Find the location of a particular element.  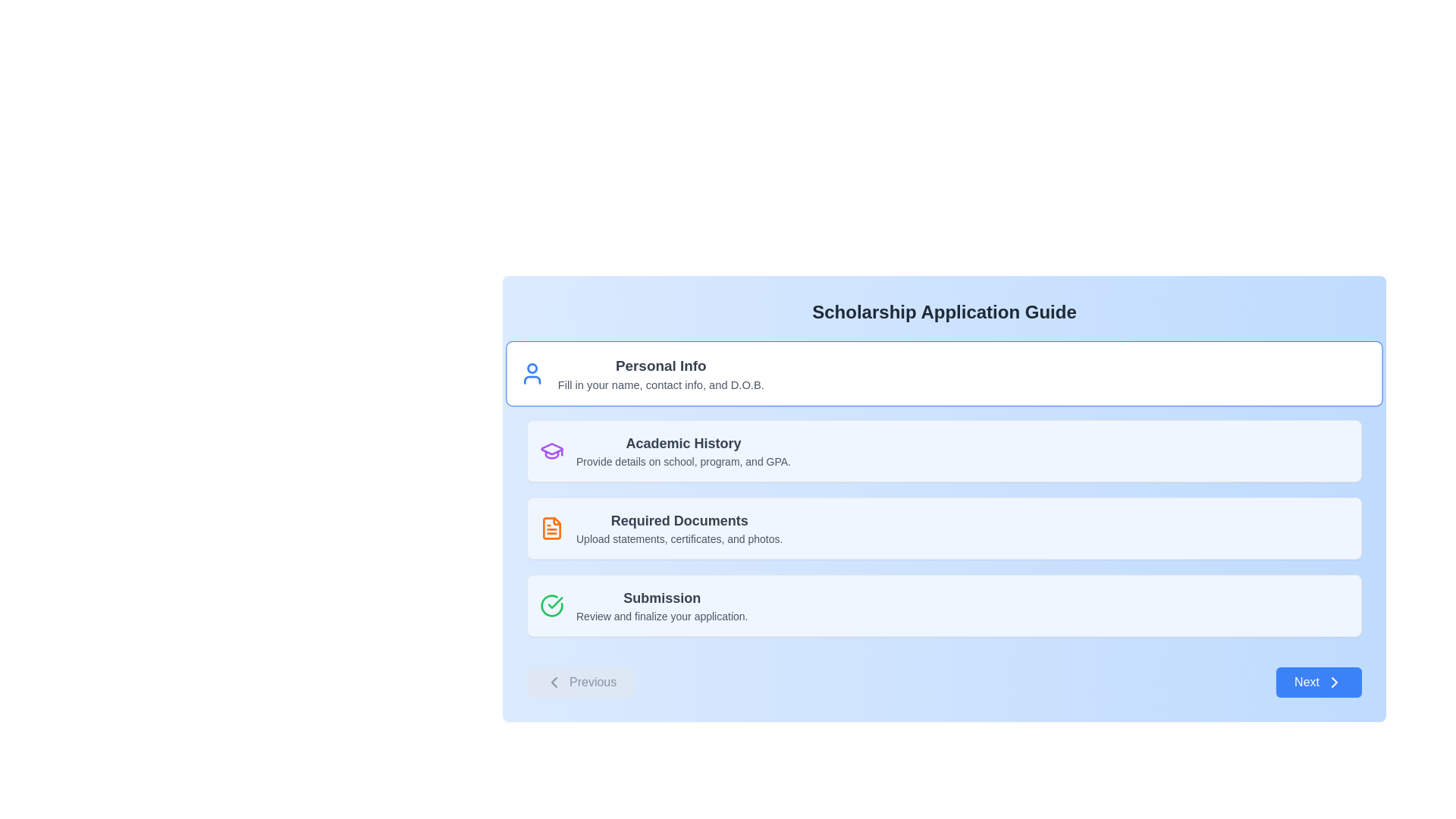

the user profile icon, which is a circular outline with a blue color, located to the left of the 'Personal Info' label is located at coordinates (532, 374).